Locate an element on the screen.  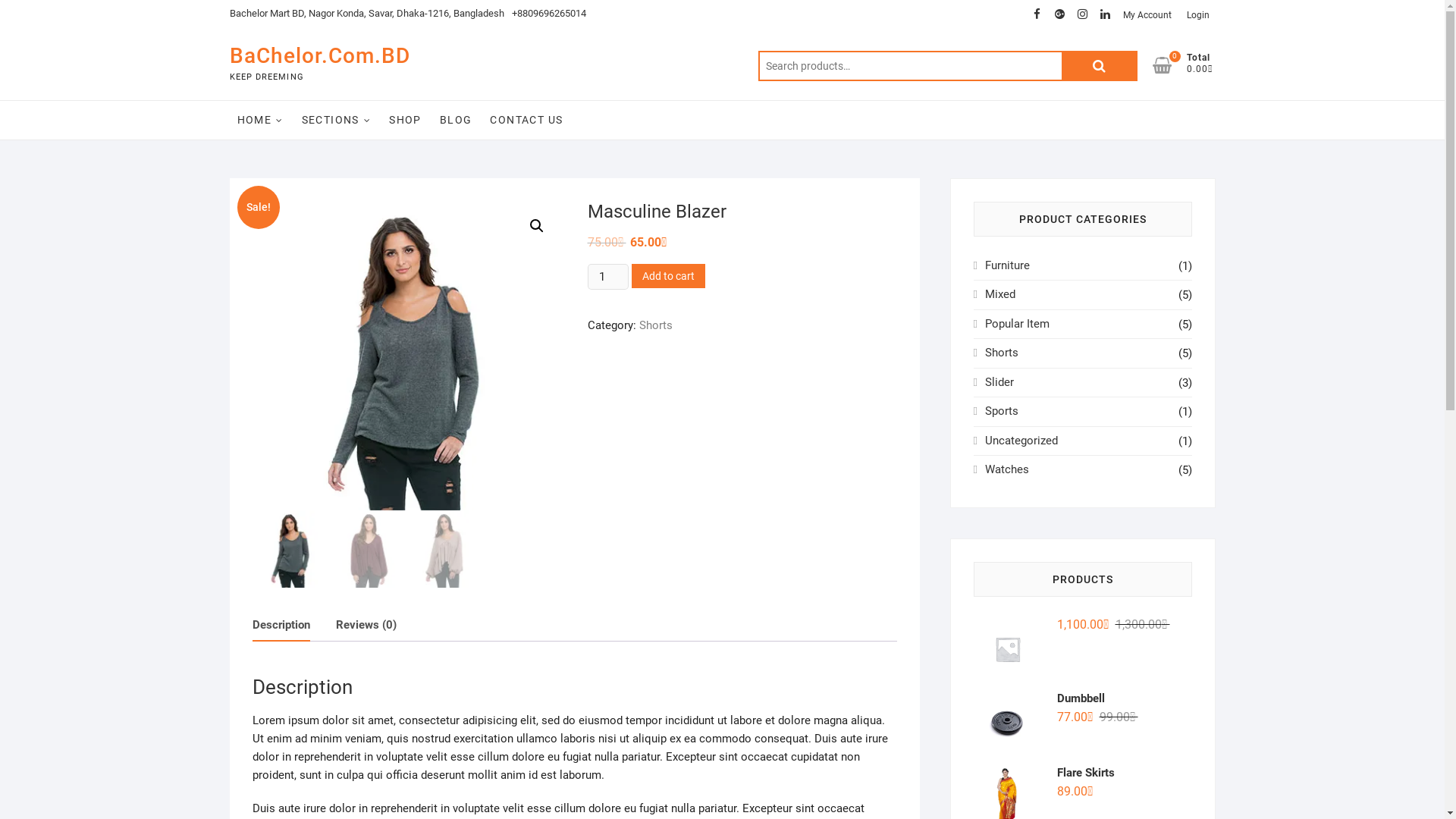
'BaChelor.Com.BD' is located at coordinates (318, 55).